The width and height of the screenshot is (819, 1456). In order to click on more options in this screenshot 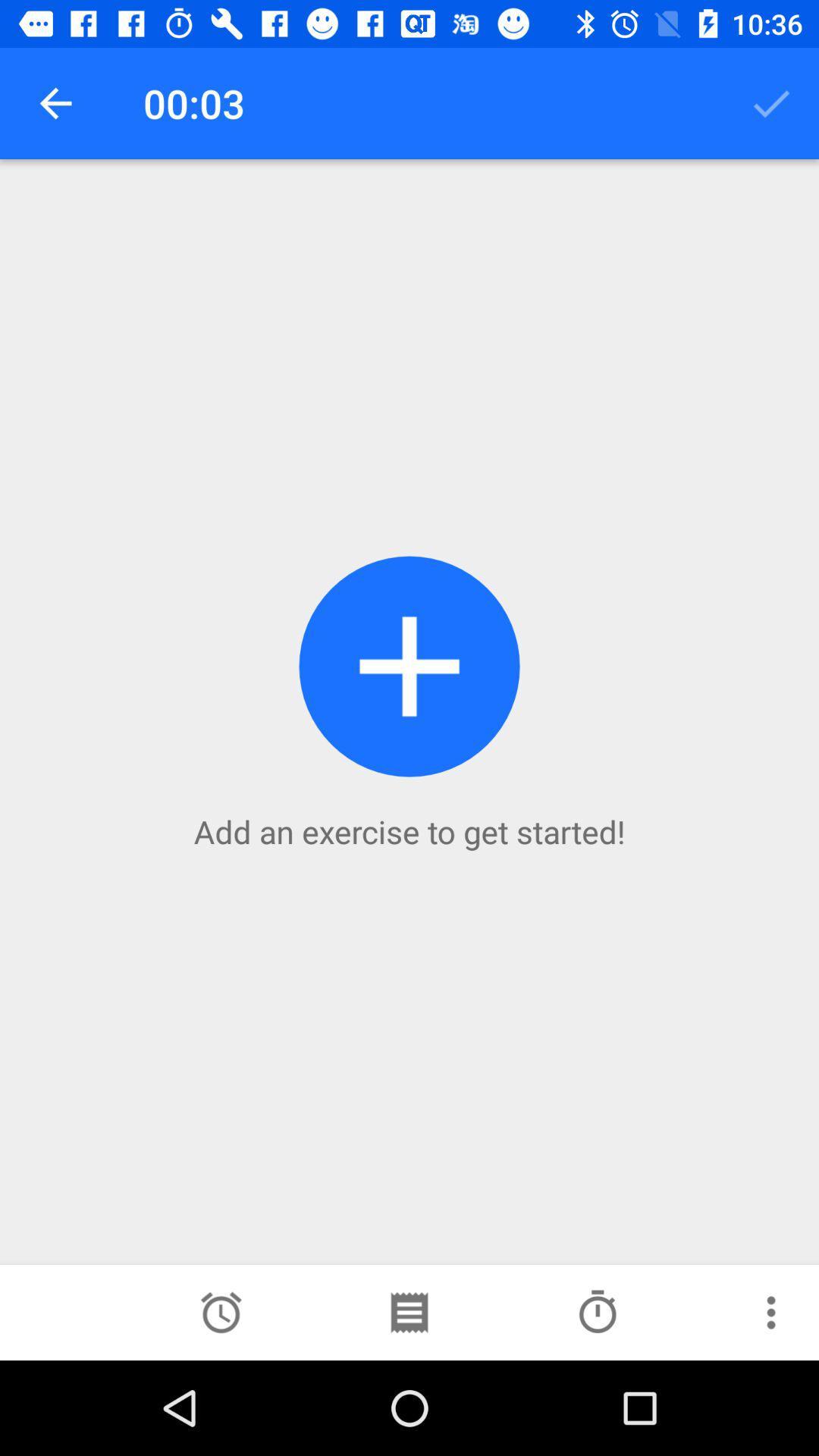, I will do `click(771, 1312)`.